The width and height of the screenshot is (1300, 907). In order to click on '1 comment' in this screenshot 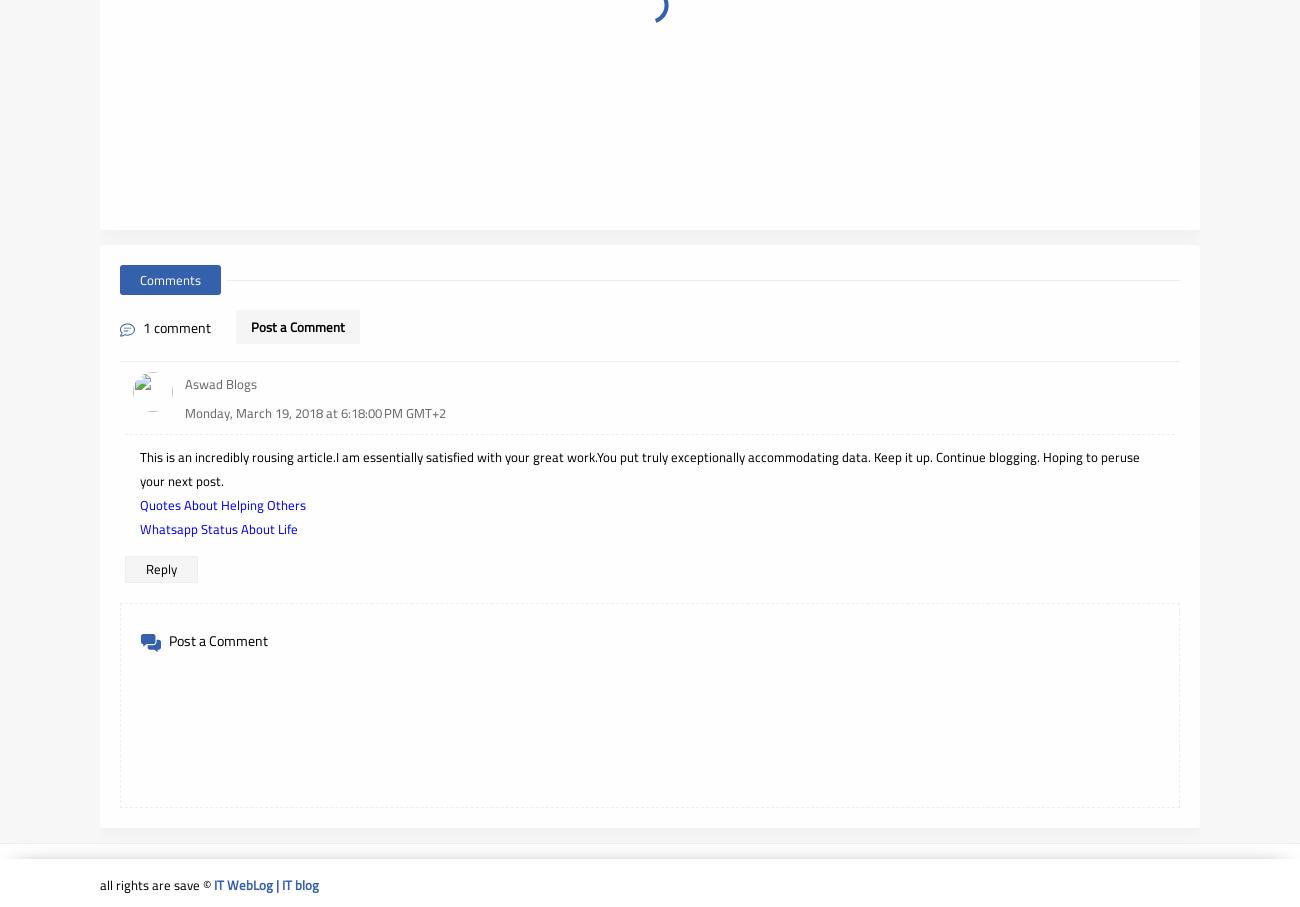, I will do `click(175, 327)`.